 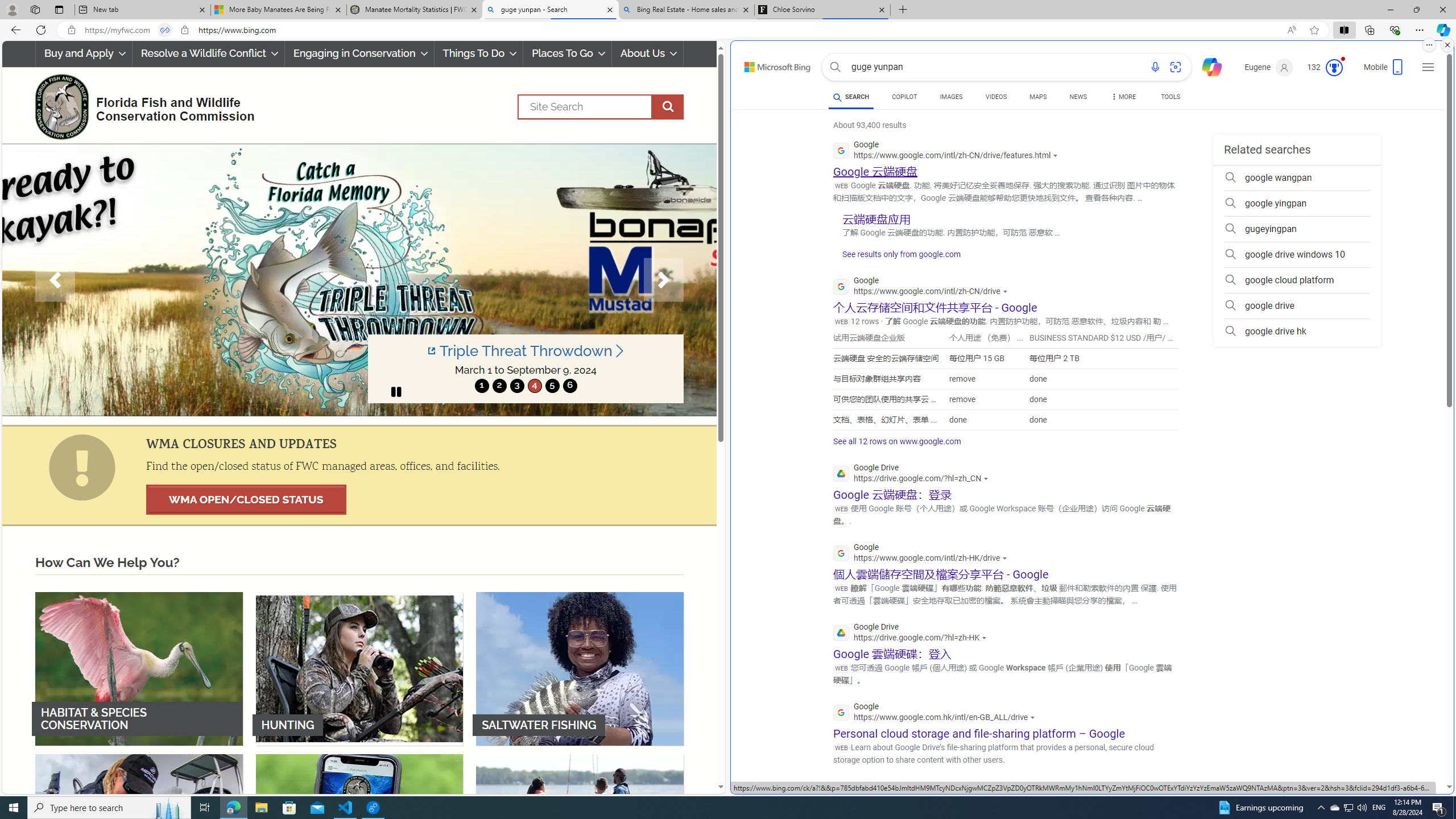 What do you see at coordinates (415, 9) in the screenshot?
I see `'Manatee Mortality Statistics | FWC'` at bounding box center [415, 9].